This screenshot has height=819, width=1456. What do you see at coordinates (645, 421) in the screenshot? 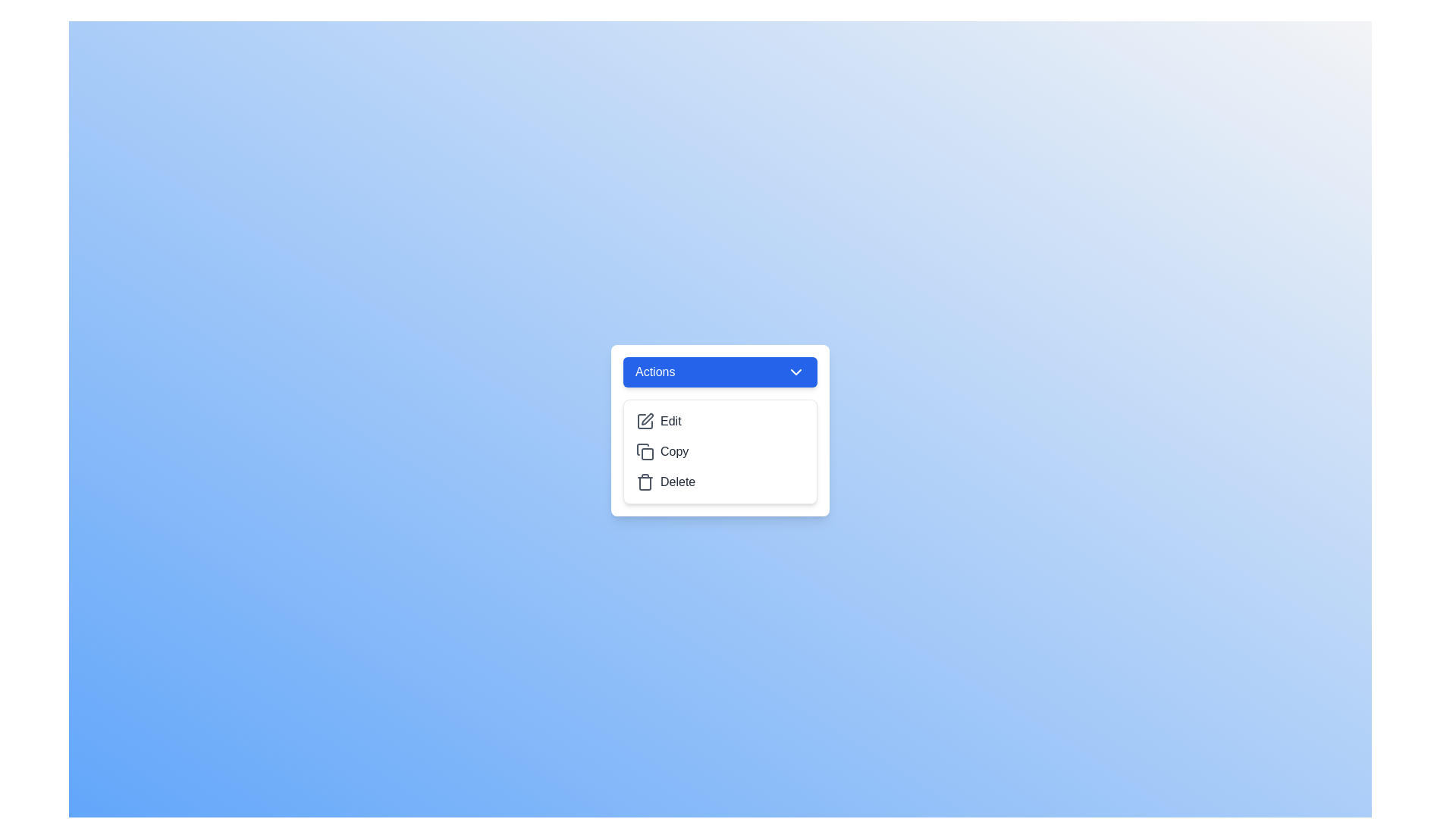
I see `the 'Edit' icon located on the left side of the 'Edit' option in the dropdown menu under the 'Actions' button` at bounding box center [645, 421].